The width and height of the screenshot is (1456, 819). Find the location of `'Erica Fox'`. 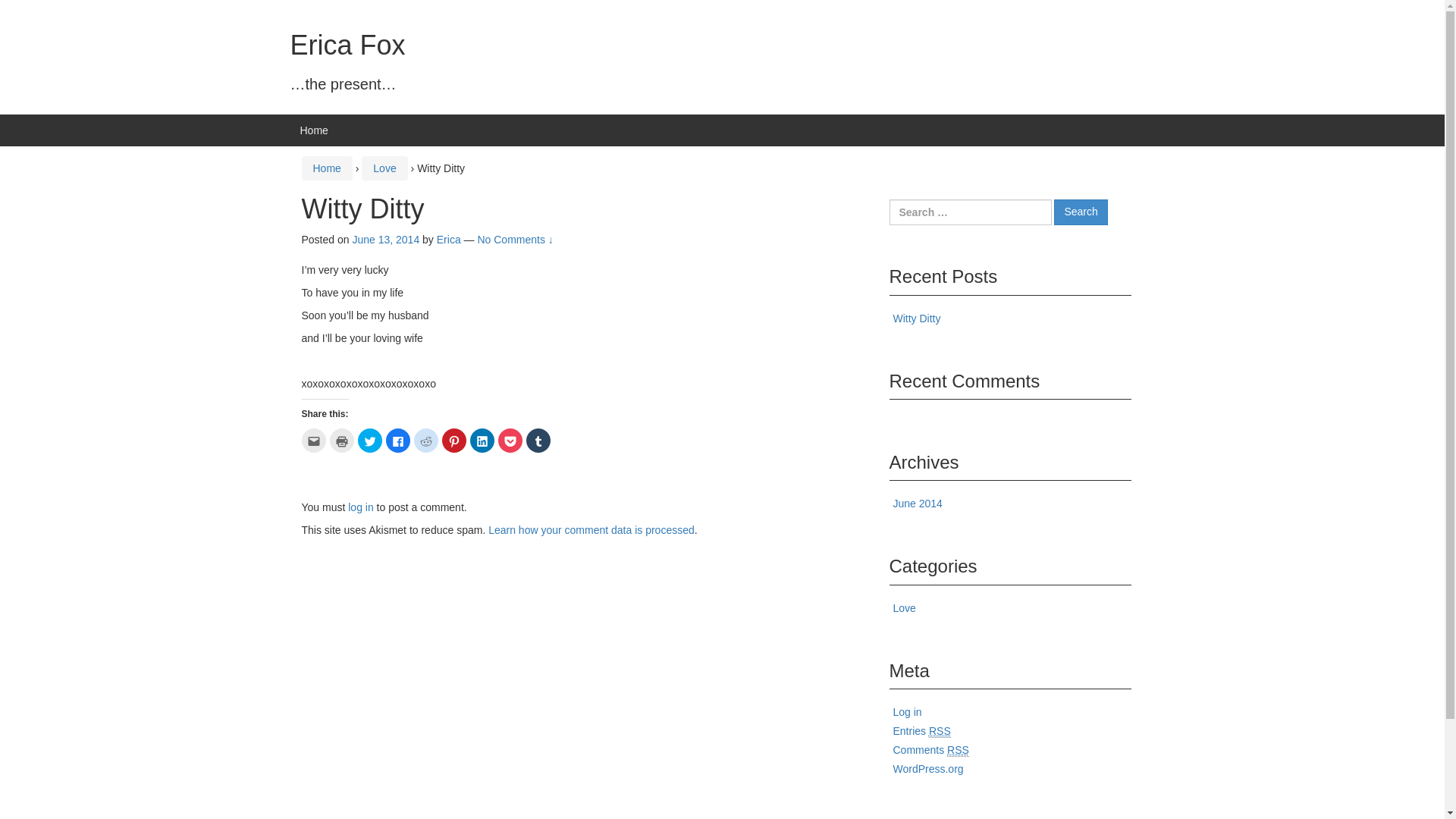

'Erica Fox' is located at coordinates (290, 44).